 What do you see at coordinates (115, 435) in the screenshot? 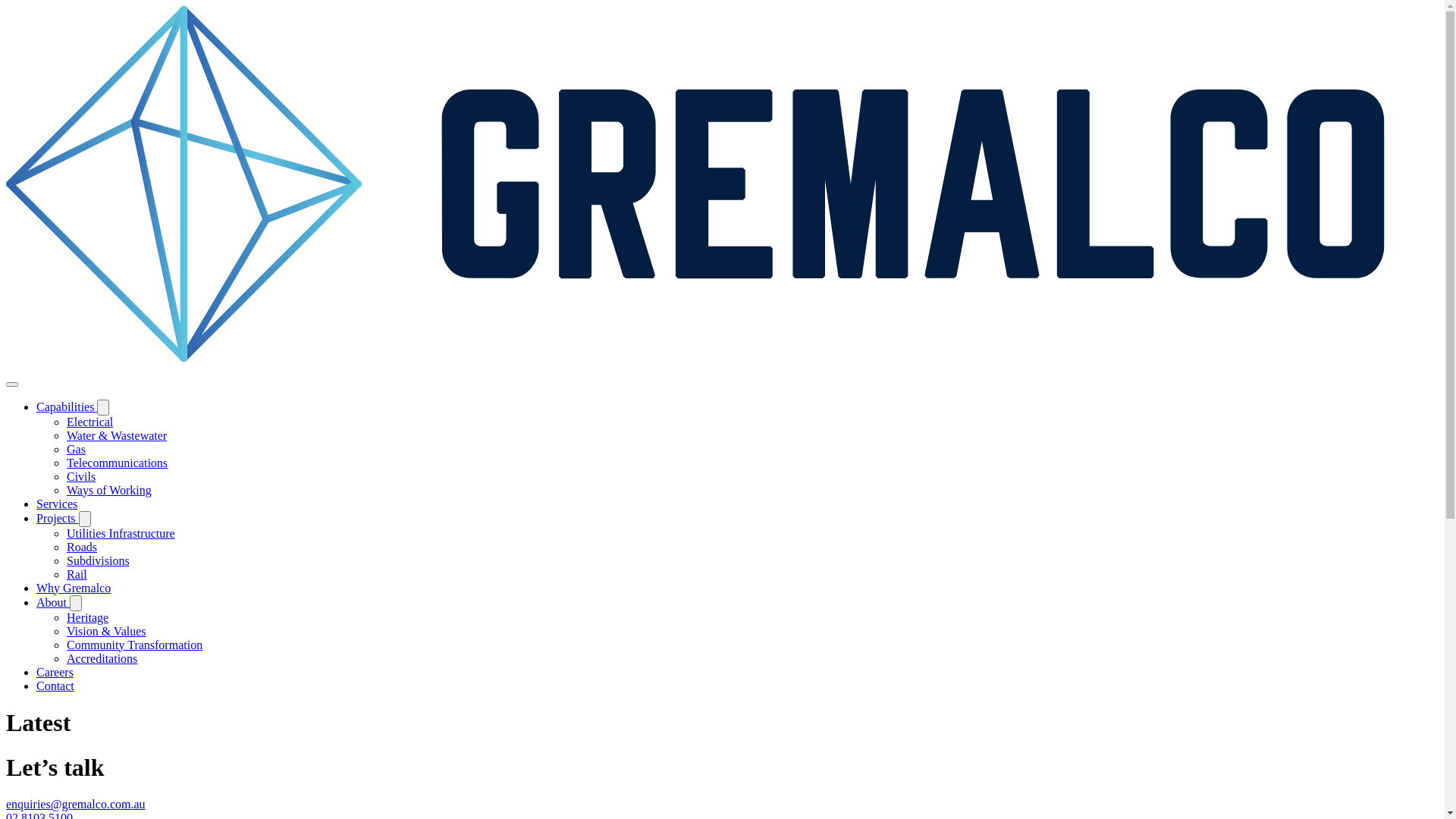
I see `'Water & Wastewater'` at bounding box center [115, 435].